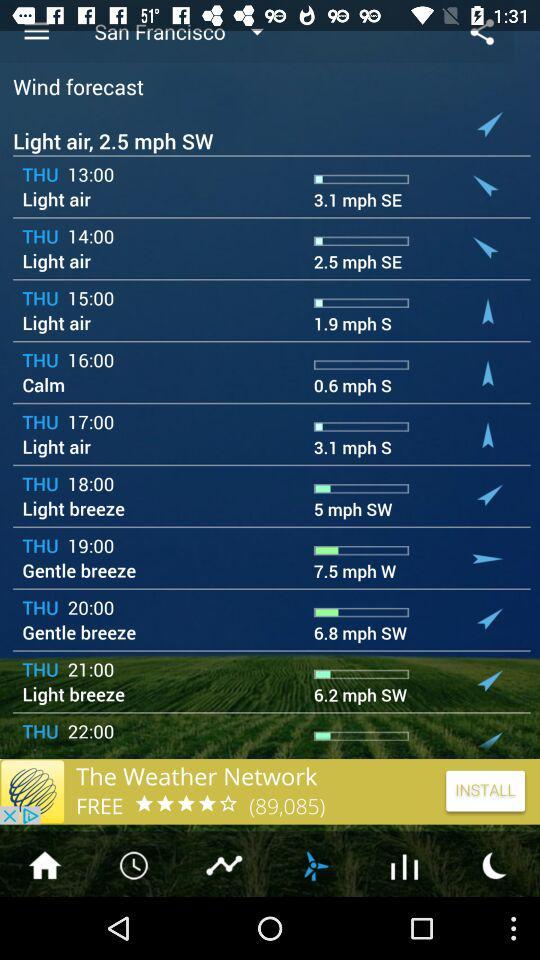  I want to click on the weather icon, so click(494, 925).